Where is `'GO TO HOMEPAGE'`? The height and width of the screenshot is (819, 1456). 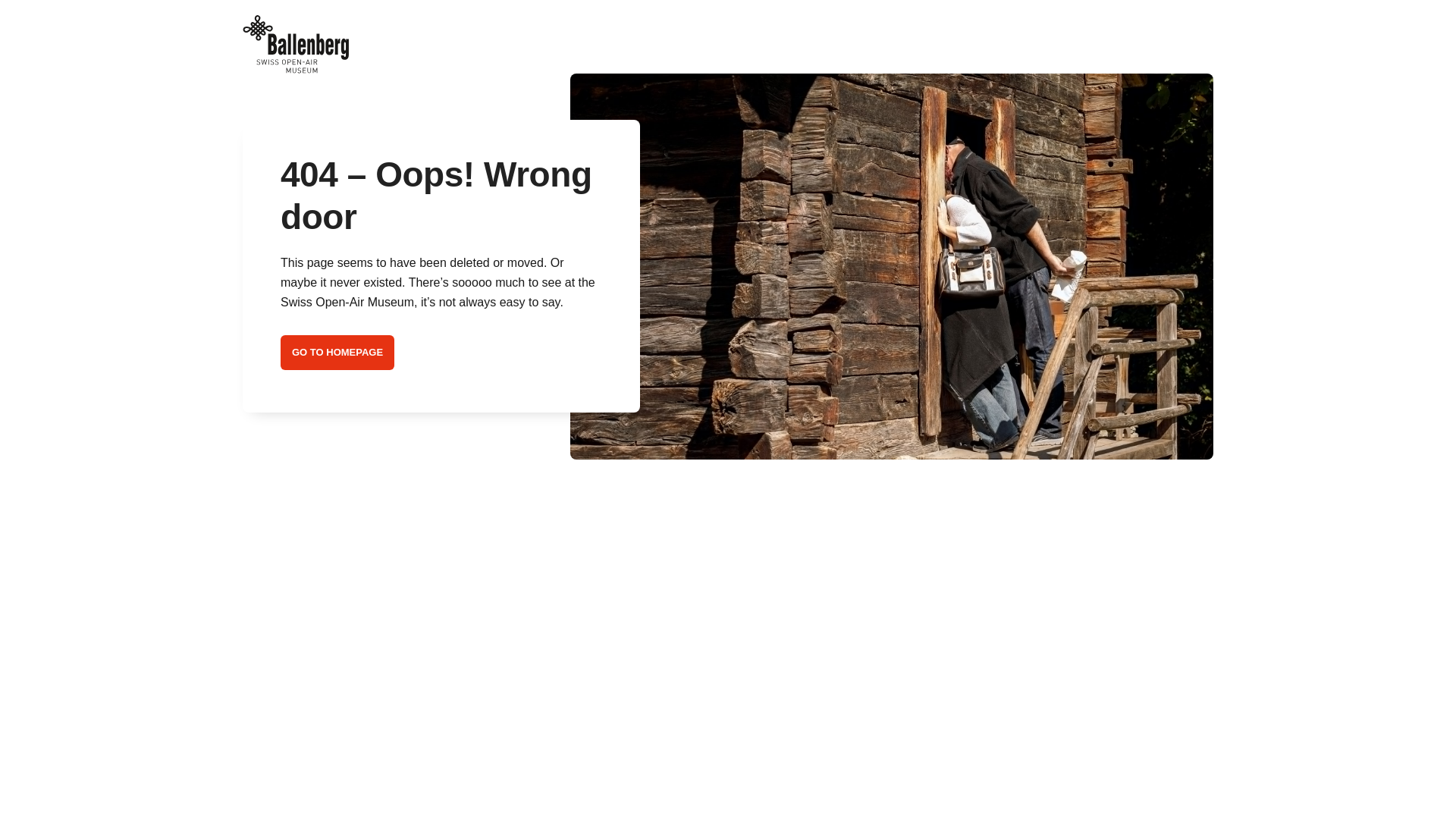
'GO TO HOMEPAGE' is located at coordinates (337, 353).